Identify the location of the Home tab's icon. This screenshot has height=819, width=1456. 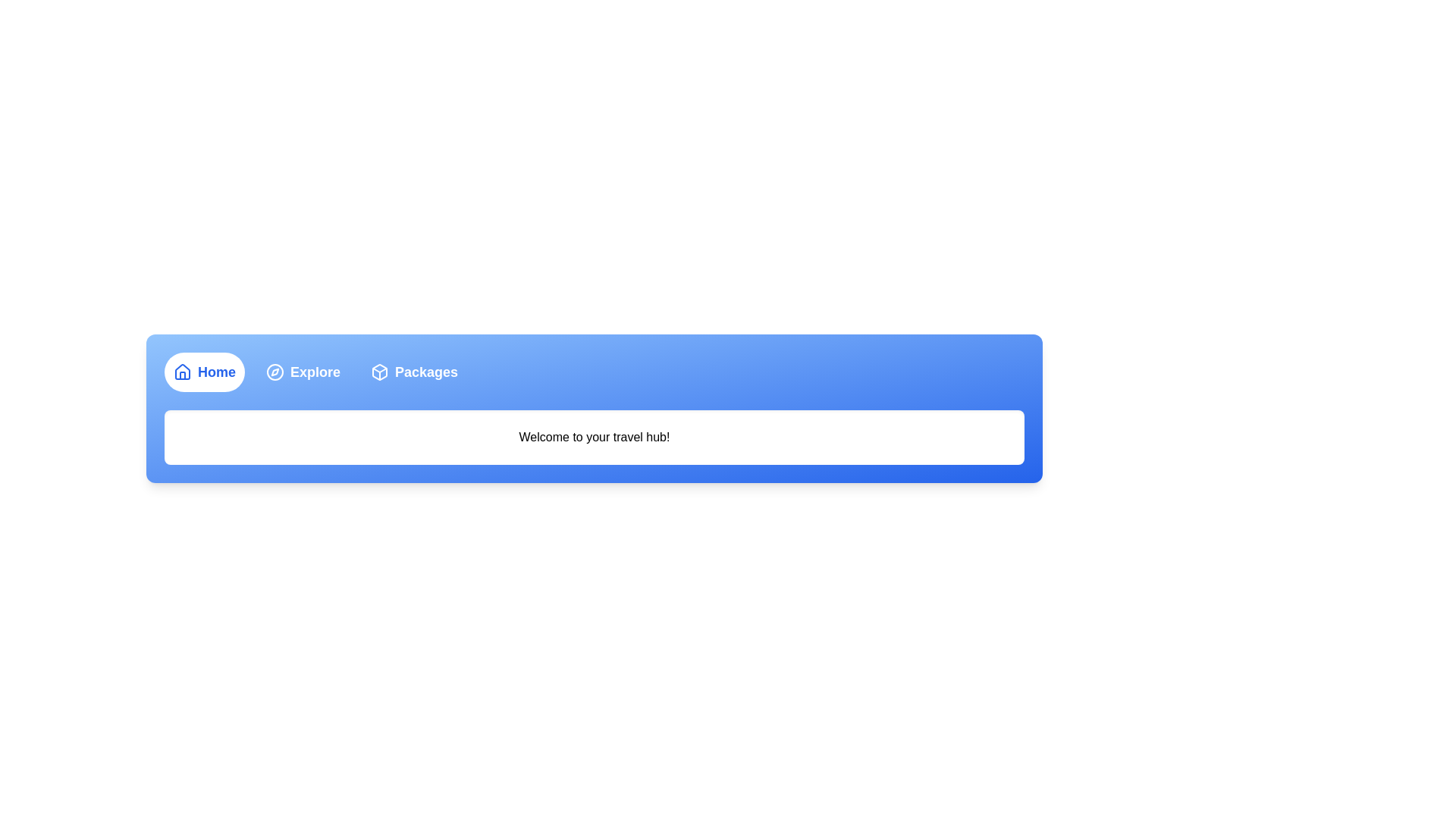
(182, 372).